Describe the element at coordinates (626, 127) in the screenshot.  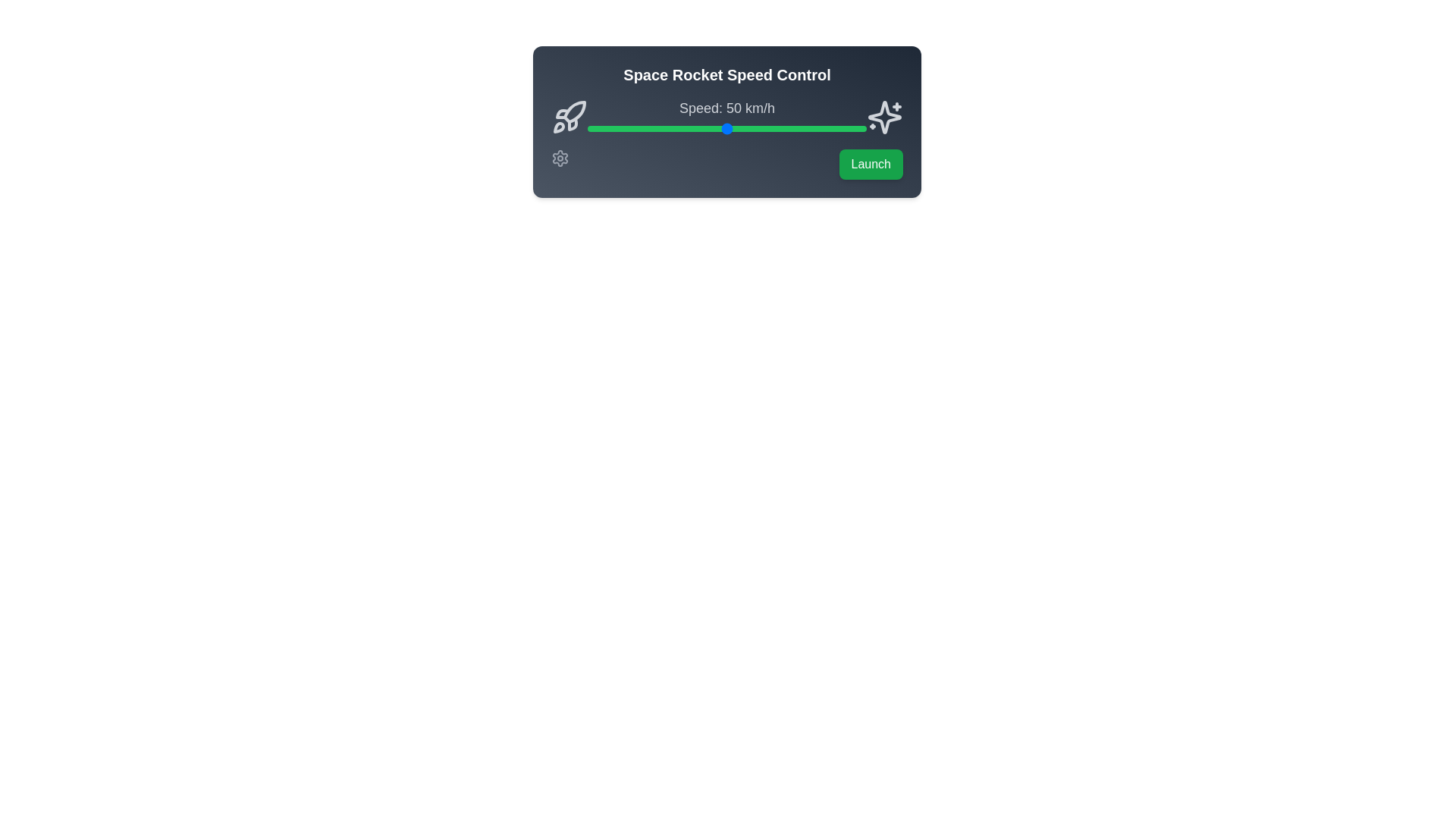
I see `the speed slider to set the speed to 14 km/h` at that location.